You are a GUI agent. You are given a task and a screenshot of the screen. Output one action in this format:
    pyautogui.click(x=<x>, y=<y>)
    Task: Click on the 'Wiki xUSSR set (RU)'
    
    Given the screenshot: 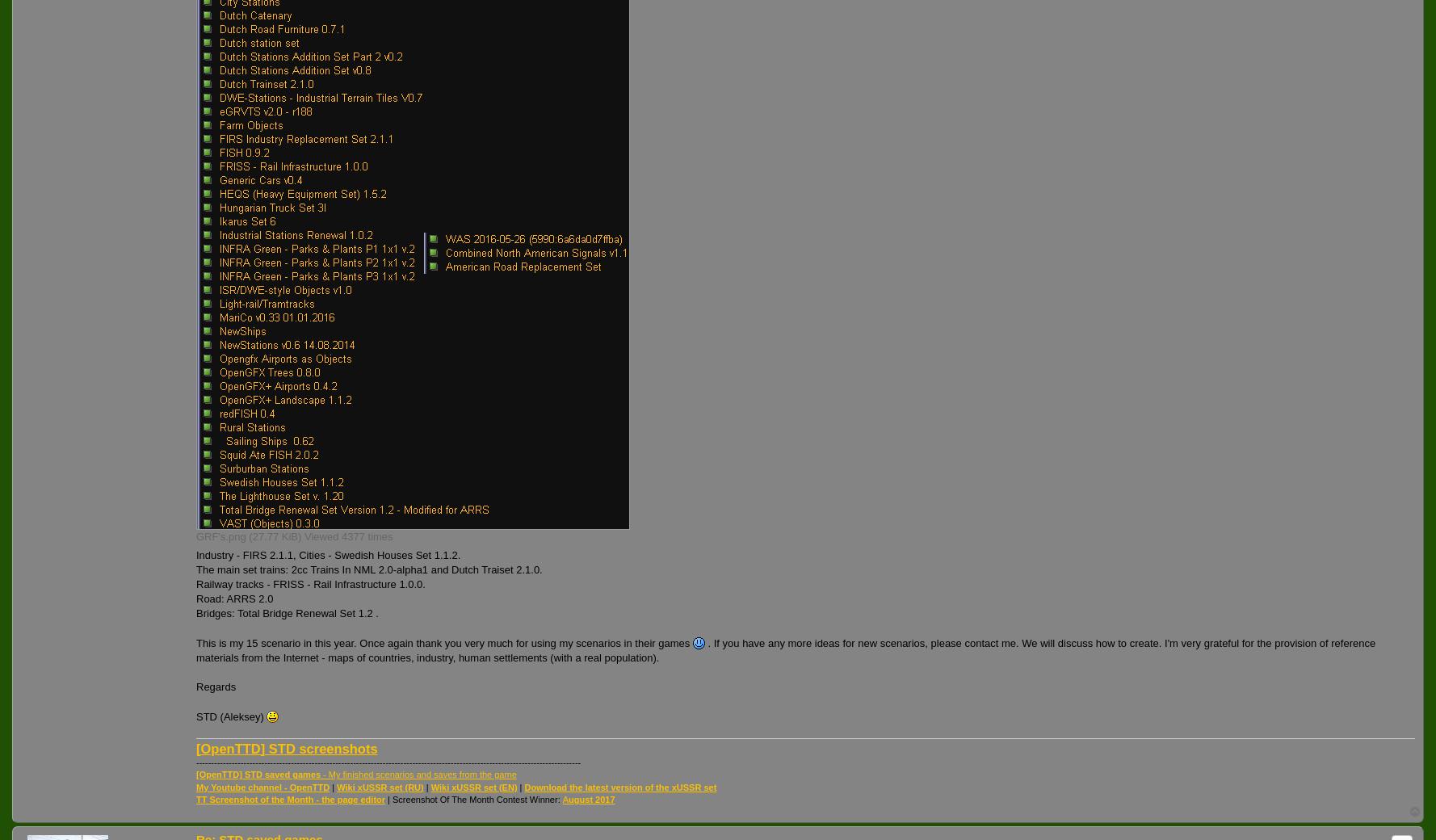 What is the action you would take?
    pyautogui.click(x=379, y=786)
    